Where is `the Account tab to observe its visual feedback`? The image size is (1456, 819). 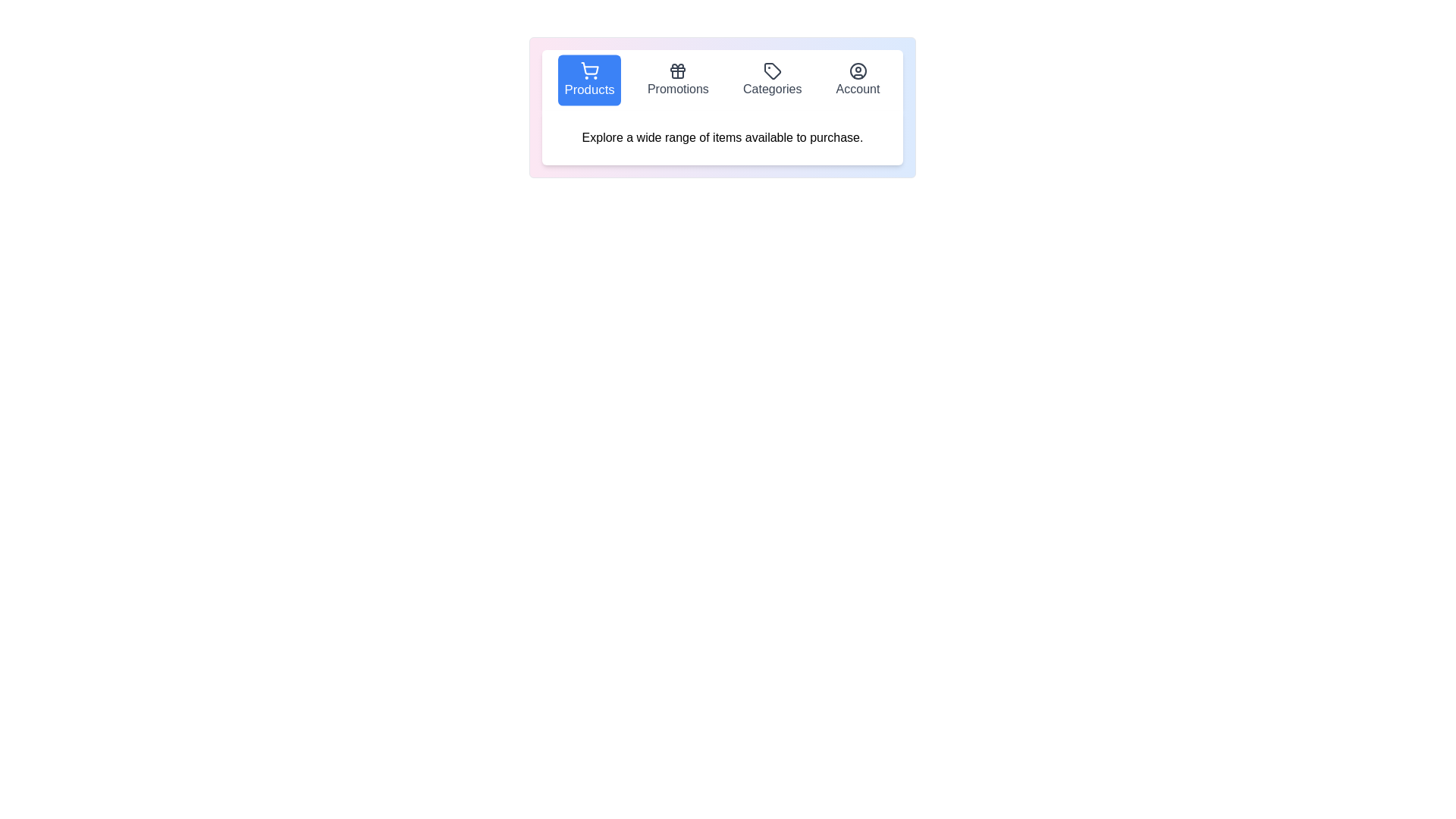
the Account tab to observe its visual feedback is located at coordinates (858, 80).